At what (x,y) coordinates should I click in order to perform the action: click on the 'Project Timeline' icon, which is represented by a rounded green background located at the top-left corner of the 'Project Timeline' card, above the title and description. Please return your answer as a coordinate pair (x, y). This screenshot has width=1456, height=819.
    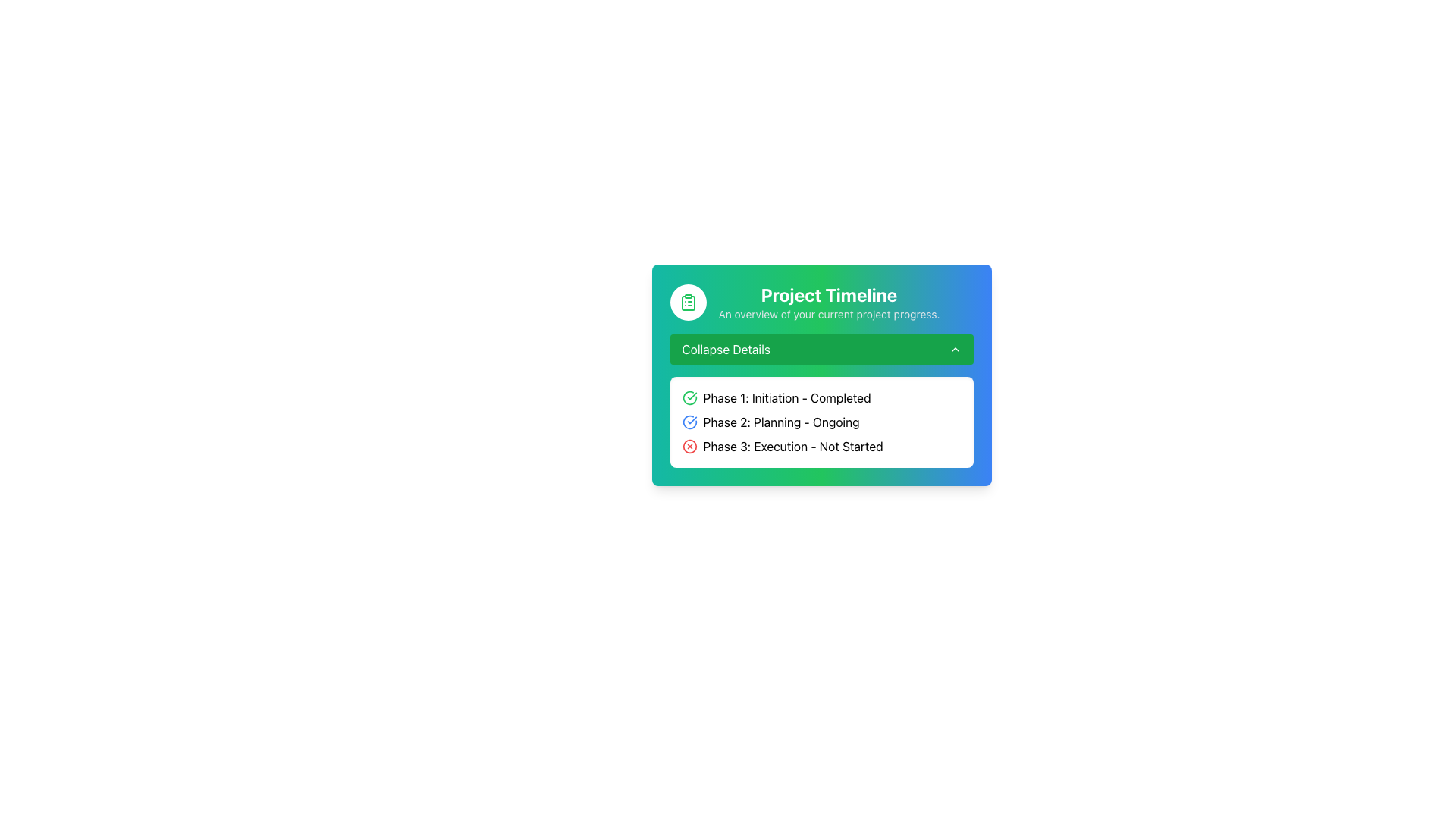
    Looking at the image, I should click on (687, 302).